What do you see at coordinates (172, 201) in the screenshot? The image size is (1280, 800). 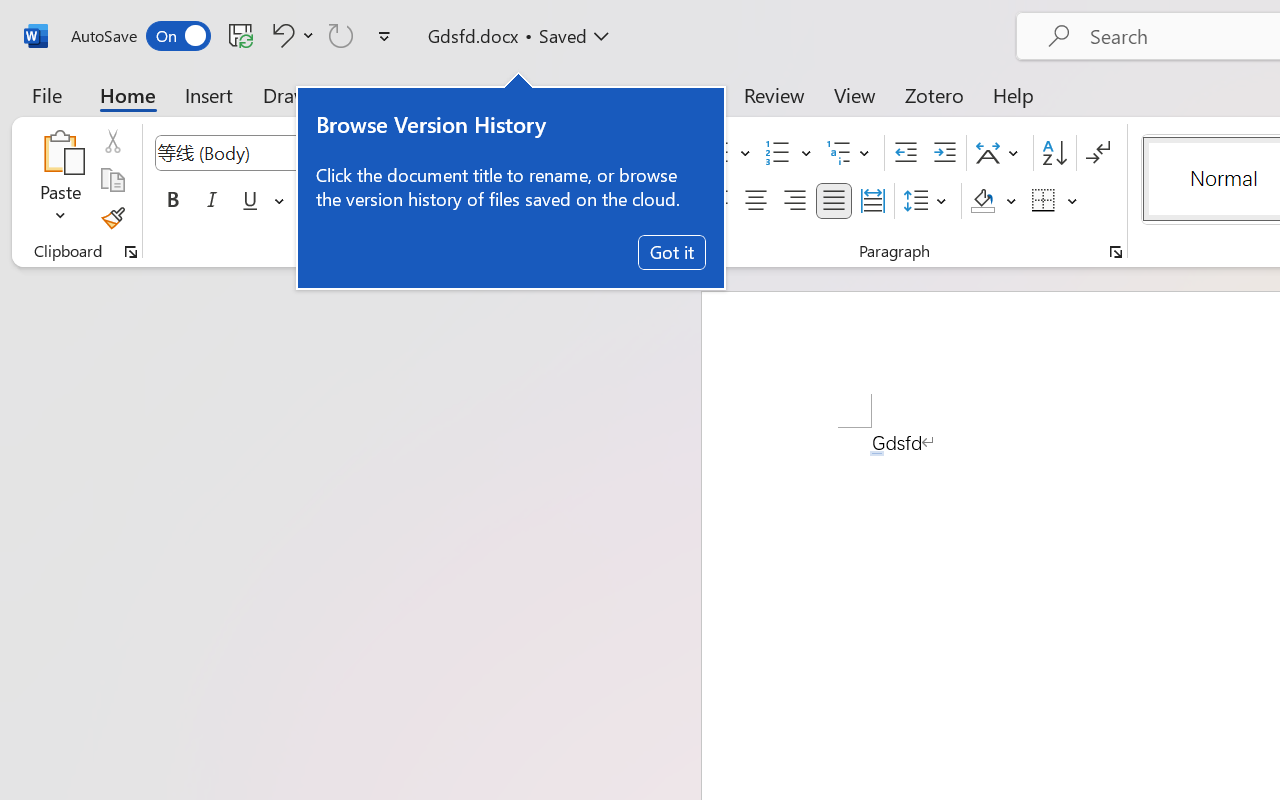 I see `'Bold'` at bounding box center [172, 201].